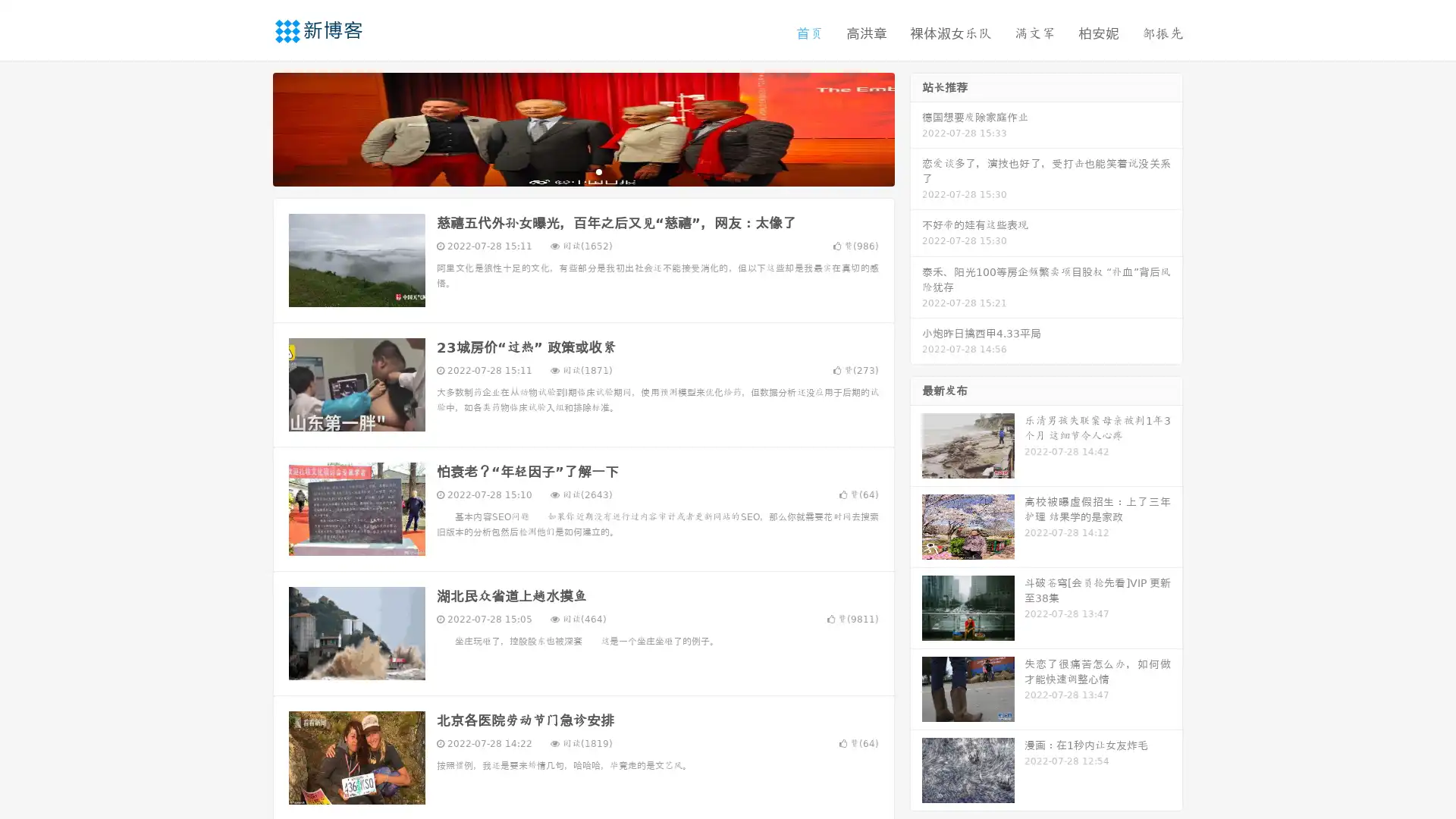 This screenshot has width=1456, height=819. I want to click on Next slide, so click(916, 127).